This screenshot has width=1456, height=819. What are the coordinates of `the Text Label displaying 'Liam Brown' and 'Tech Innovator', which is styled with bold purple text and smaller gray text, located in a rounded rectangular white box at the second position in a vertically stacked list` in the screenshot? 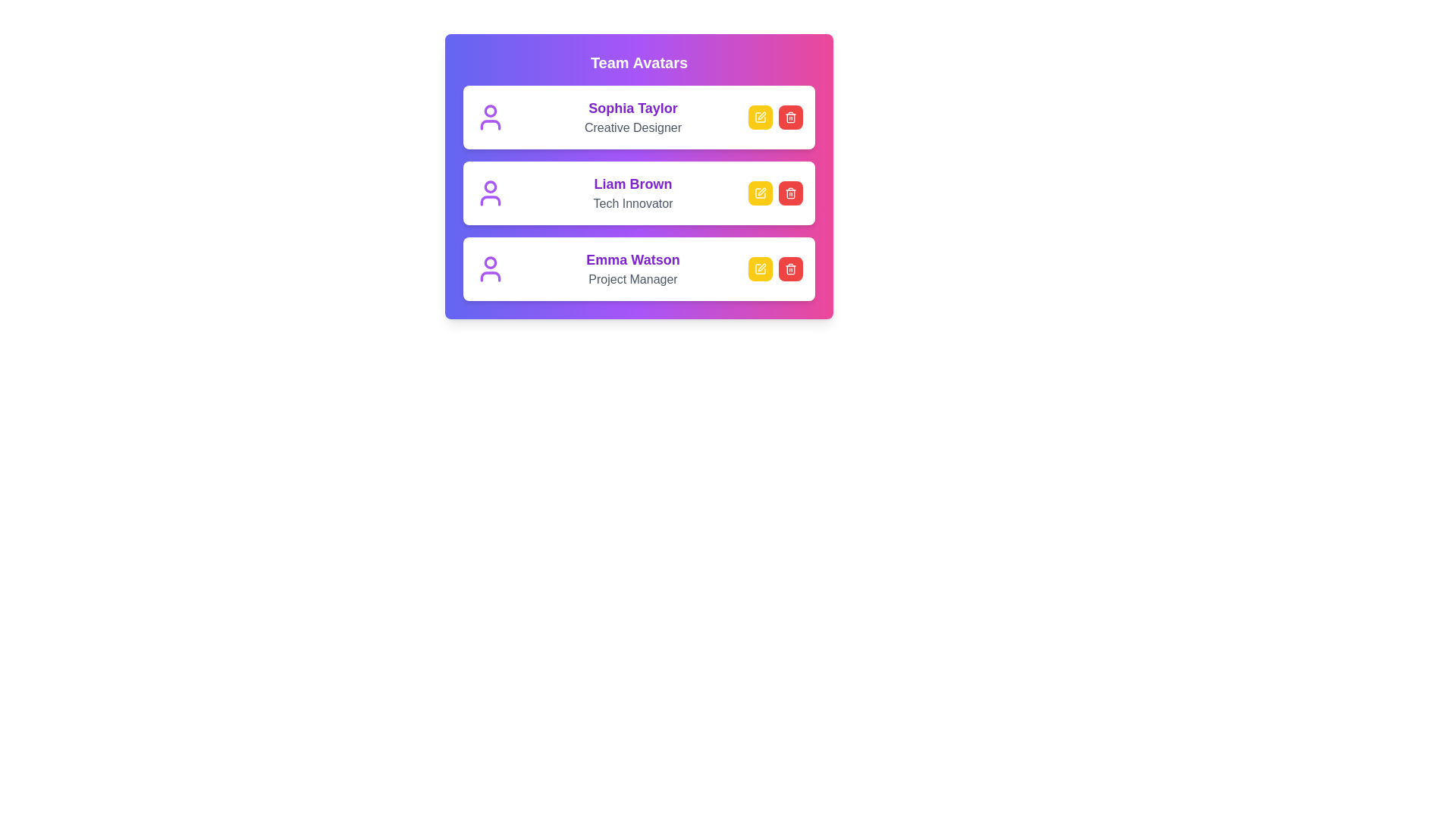 It's located at (633, 192).